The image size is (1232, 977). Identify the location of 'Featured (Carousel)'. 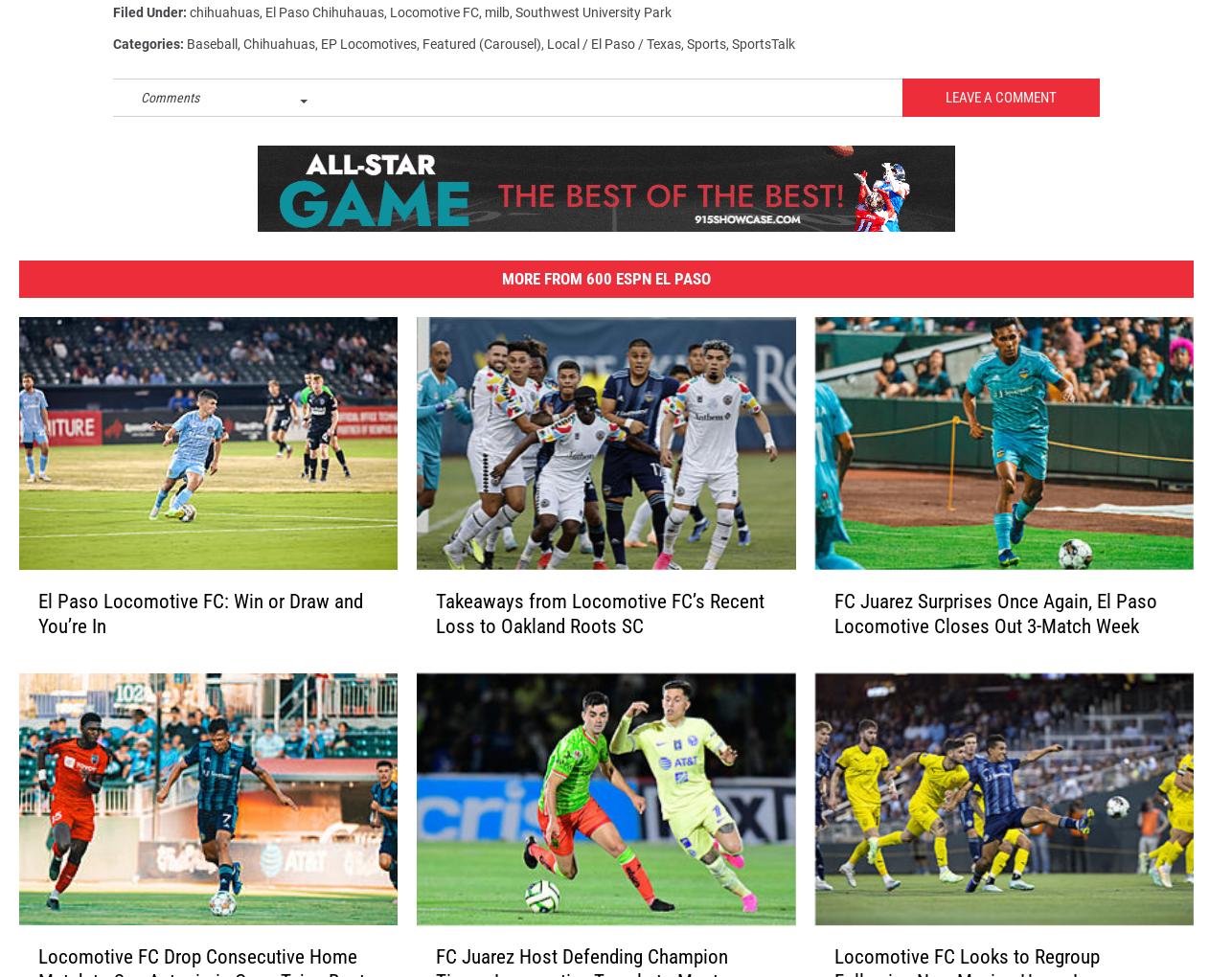
(480, 52).